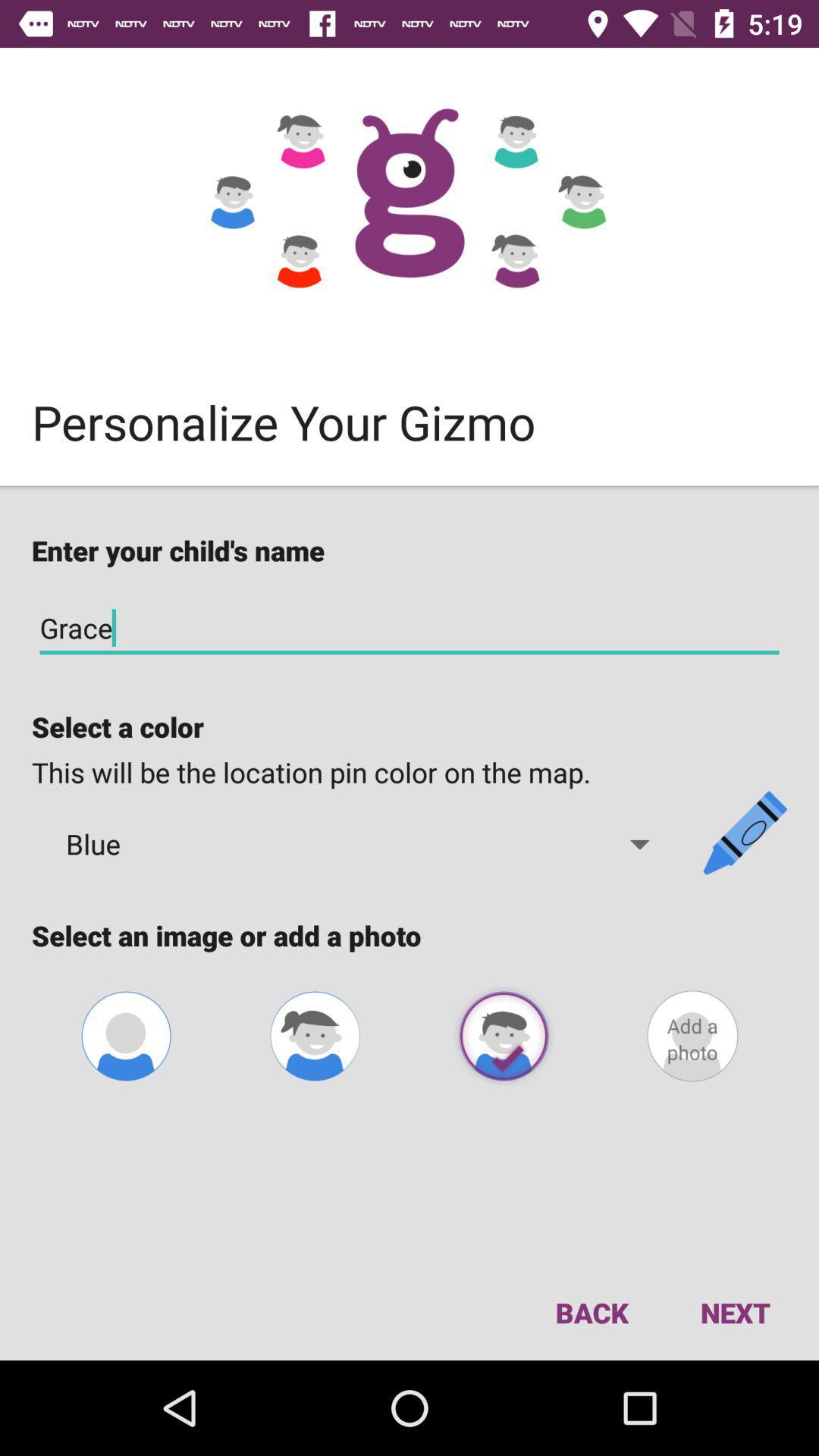 This screenshot has height=1456, width=819. I want to click on the female photo, so click(314, 1035).